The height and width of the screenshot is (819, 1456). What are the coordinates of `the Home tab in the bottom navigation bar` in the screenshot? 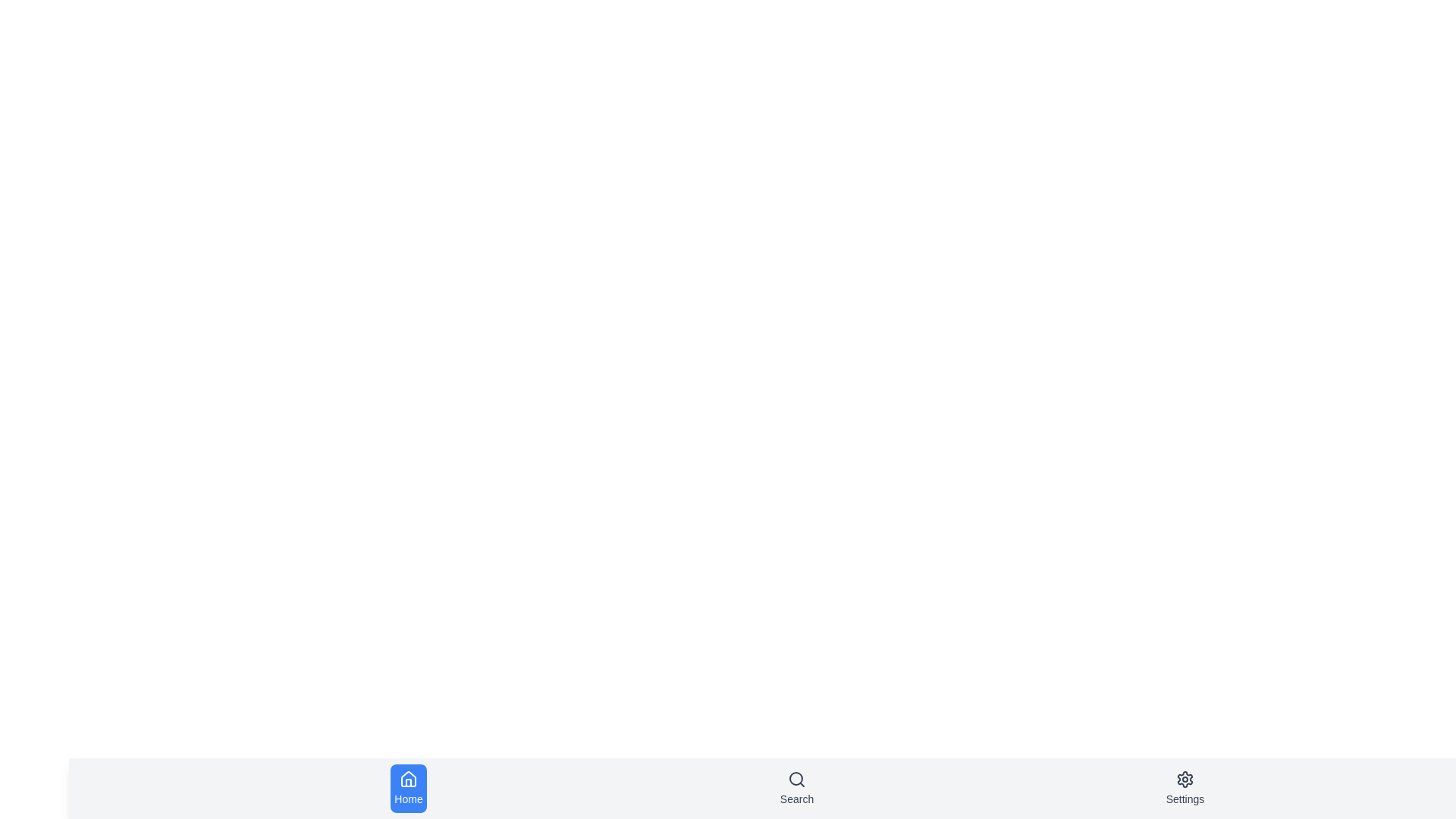 It's located at (408, 788).